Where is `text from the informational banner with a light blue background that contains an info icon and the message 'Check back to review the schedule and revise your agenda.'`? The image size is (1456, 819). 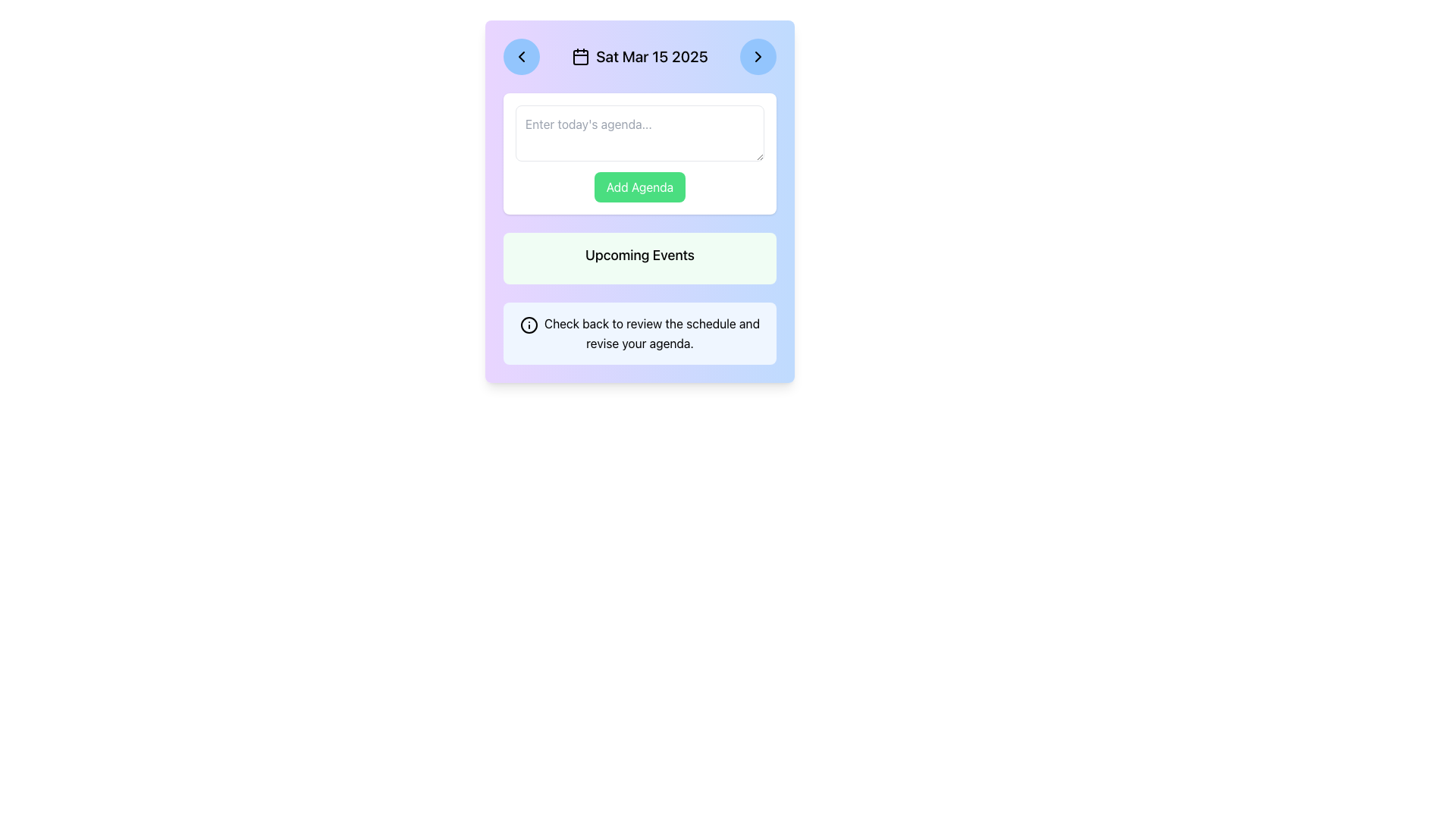 text from the informational banner with a light blue background that contains an info icon and the message 'Check back to review the schedule and revise your agenda.' is located at coordinates (640, 332).